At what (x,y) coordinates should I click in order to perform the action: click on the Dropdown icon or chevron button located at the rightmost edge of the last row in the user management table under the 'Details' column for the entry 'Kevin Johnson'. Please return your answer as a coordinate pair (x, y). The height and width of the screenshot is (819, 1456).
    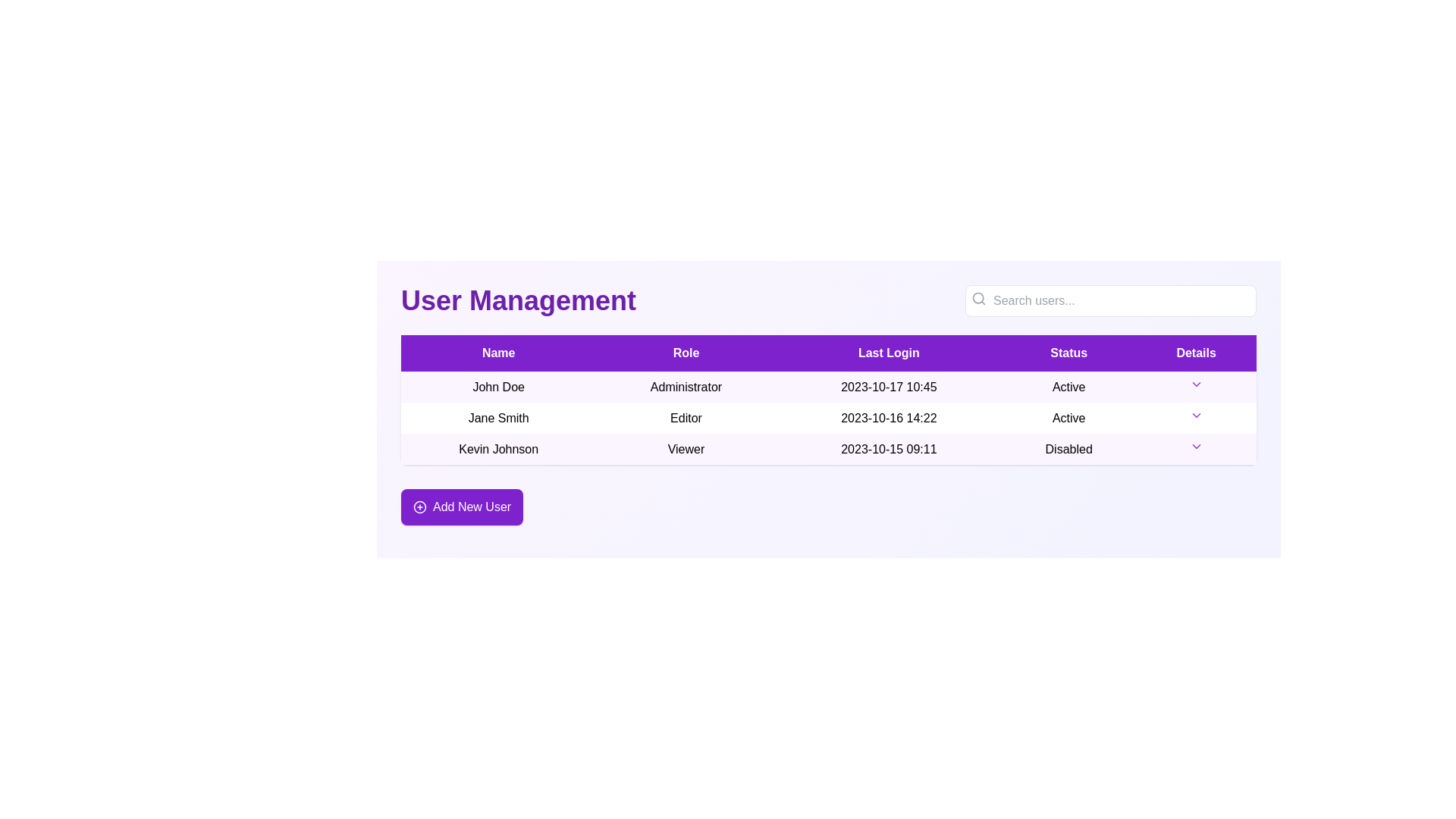
    Looking at the image, I should click on (1195, 448).